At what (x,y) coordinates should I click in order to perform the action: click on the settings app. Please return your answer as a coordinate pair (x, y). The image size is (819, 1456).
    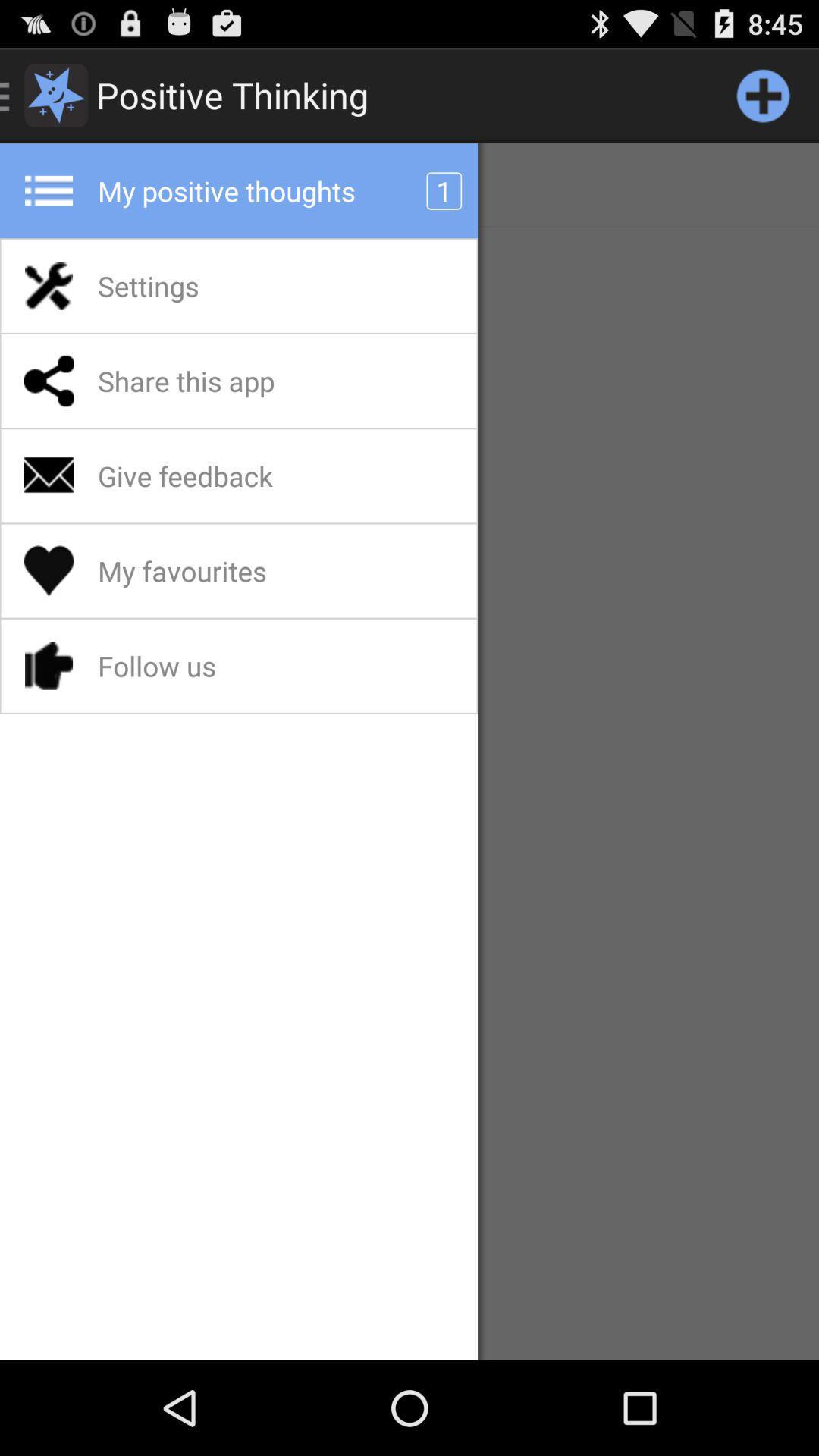
    Looking at the image, I should click on (187, 286).